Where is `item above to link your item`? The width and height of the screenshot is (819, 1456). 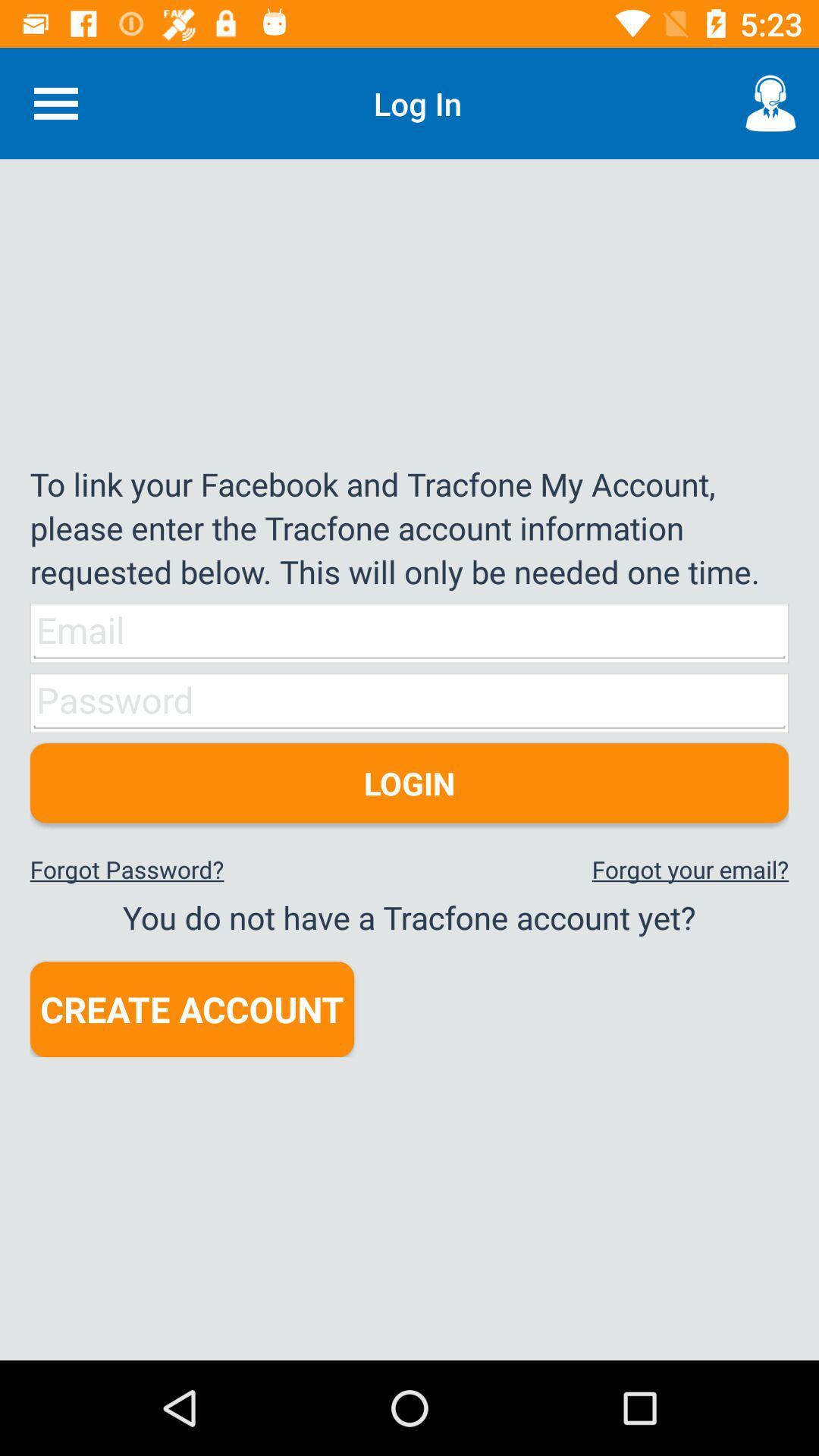
item above to link your item is located at coordinates (55, 102).